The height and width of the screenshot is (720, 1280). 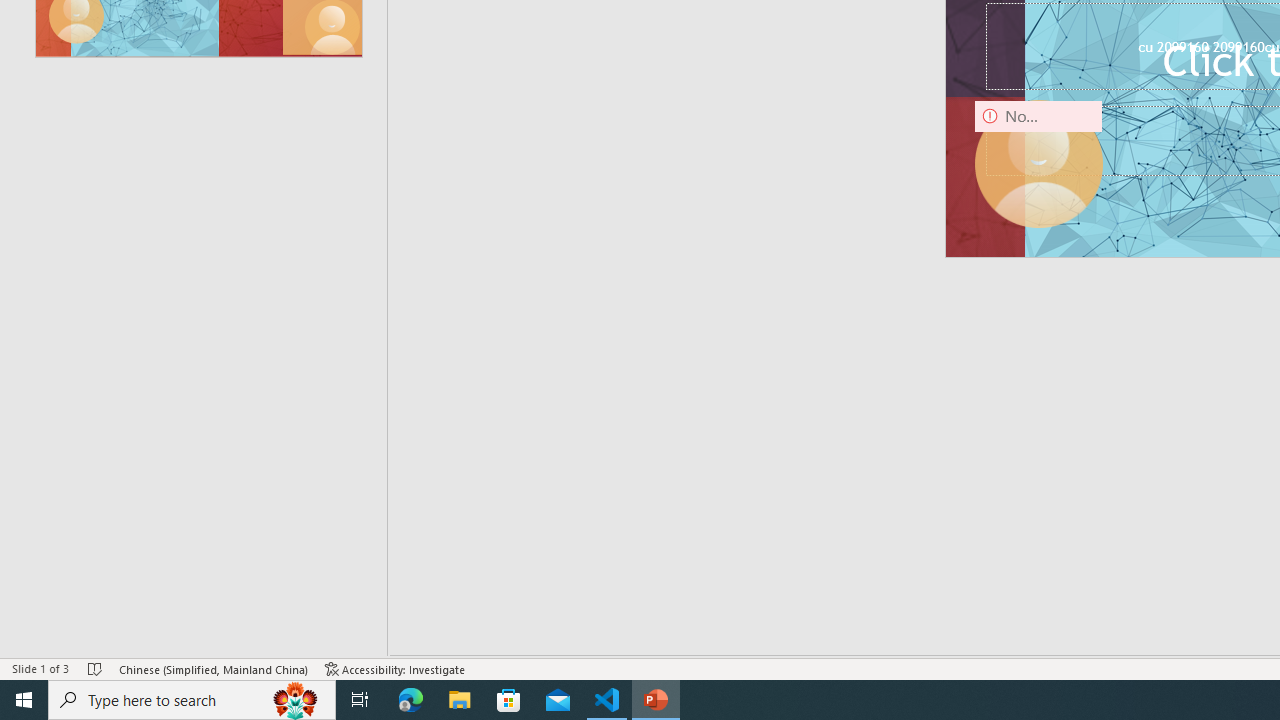 What do you see at coordinates (1038, 163) in the screenshot?
I see `'Camera 9, No camera detected.'` at bounding box center [1038, 163].